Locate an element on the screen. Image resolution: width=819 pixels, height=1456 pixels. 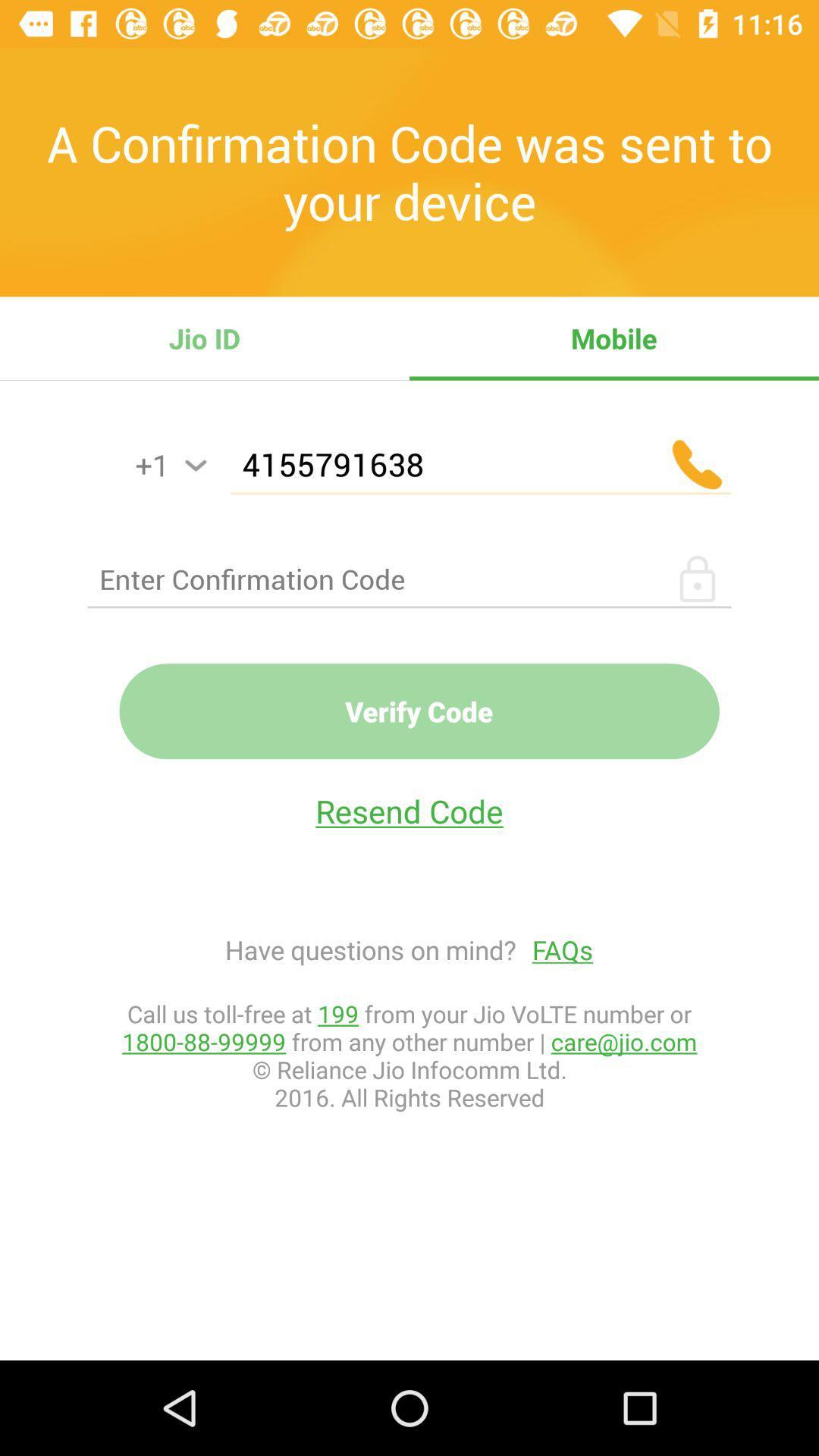
the icon to the right of have questions on icon is located at coordinates (554, 949).